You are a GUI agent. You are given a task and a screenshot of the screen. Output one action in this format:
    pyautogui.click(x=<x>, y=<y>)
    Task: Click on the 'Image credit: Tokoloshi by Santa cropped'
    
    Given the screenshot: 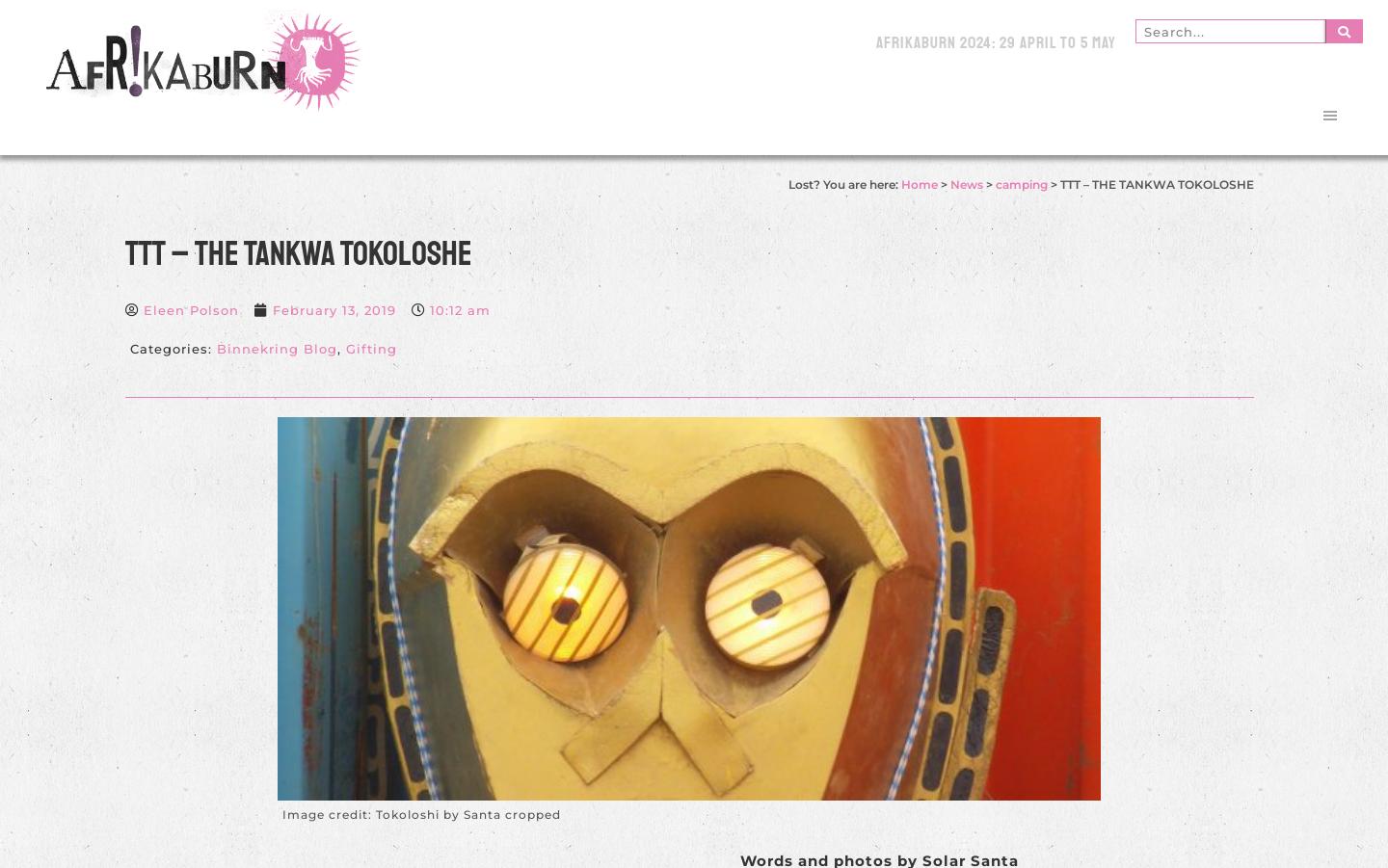 What is the action you would take?
    pyautogui.click(x=421, y=813)
    